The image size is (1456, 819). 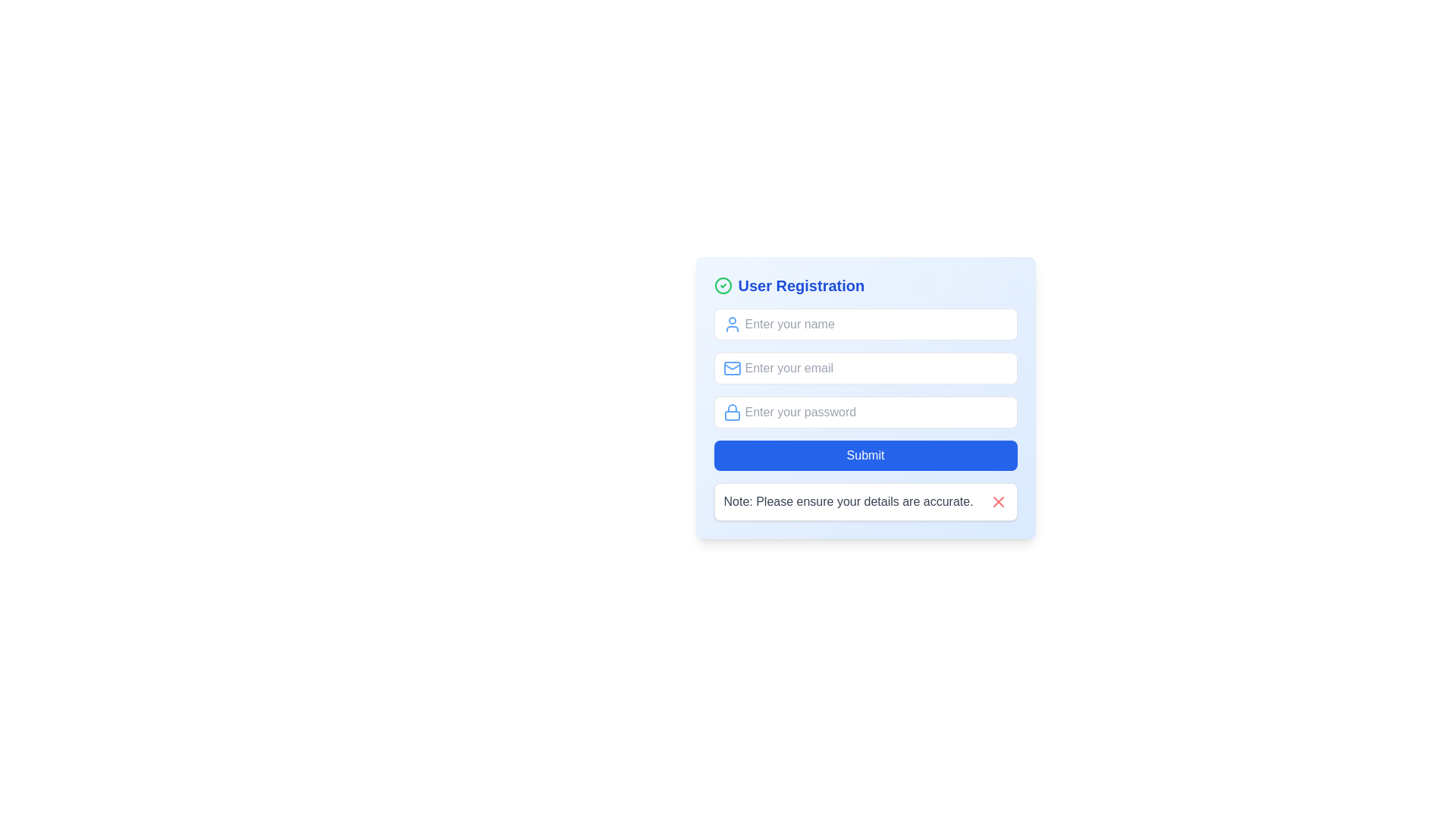 I want to click on the email icon located next to the 'Enter your email' input field in the registration form, so click(x=732, y=369).